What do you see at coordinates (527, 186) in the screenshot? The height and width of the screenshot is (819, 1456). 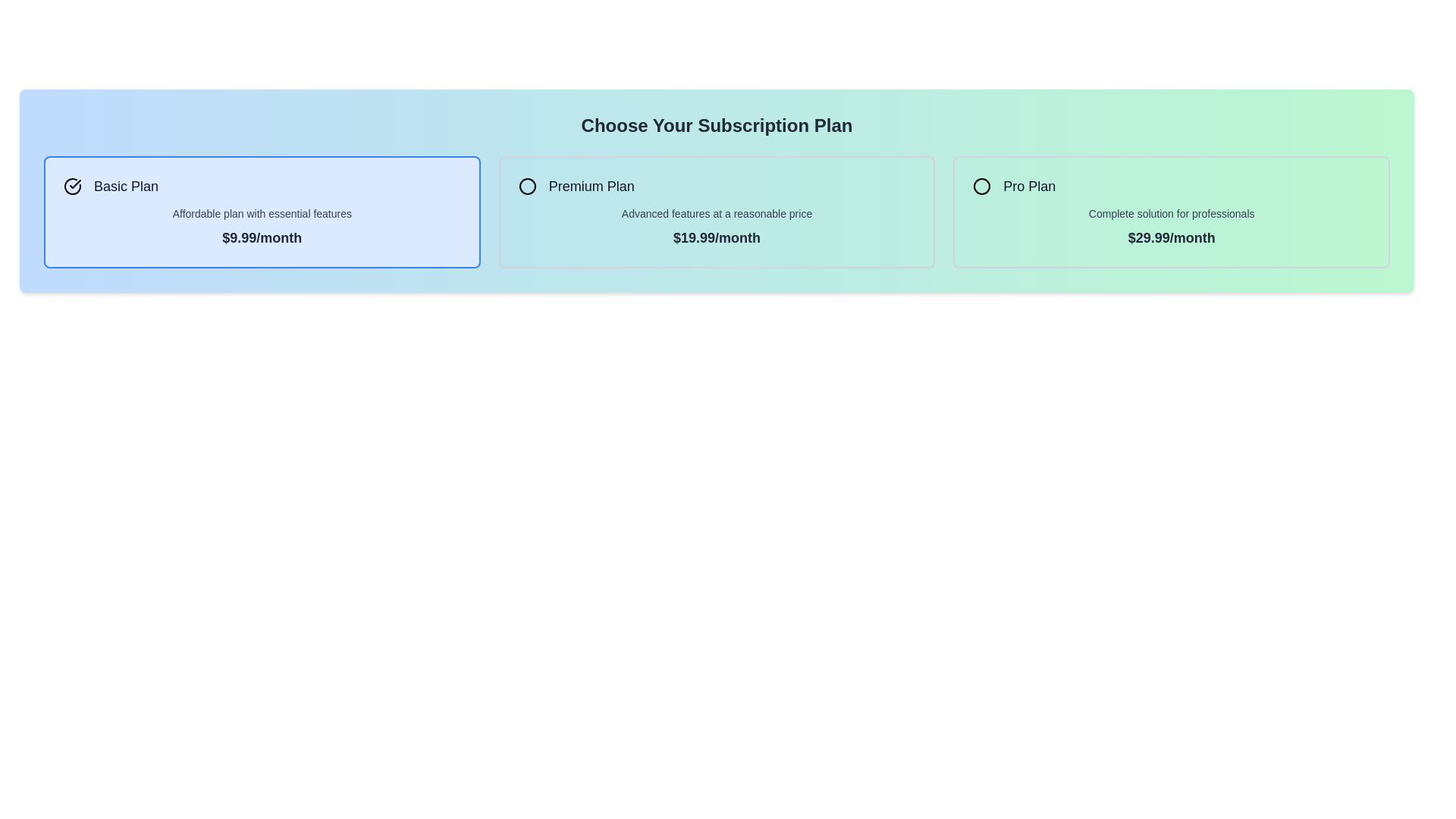 I see `the selection indicator checkbox styled as a radio button` at bounding box center [527, 186].